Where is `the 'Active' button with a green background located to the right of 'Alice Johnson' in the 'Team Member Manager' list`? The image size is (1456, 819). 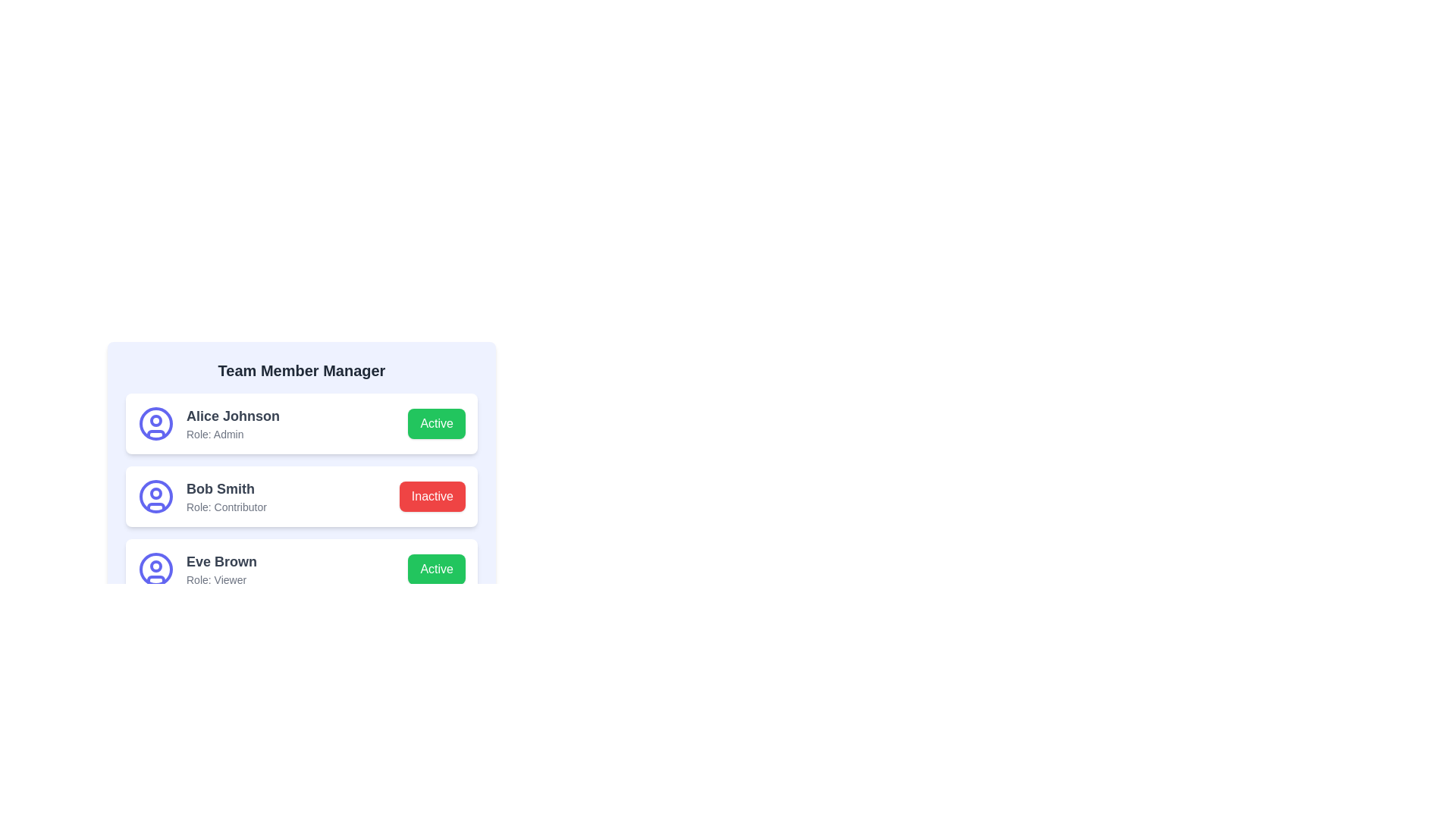
the 'Active' button with a green background located to the right of 'Alice Johnson' in the 'Team Member Manager' list is located at coordinates (436, 424).